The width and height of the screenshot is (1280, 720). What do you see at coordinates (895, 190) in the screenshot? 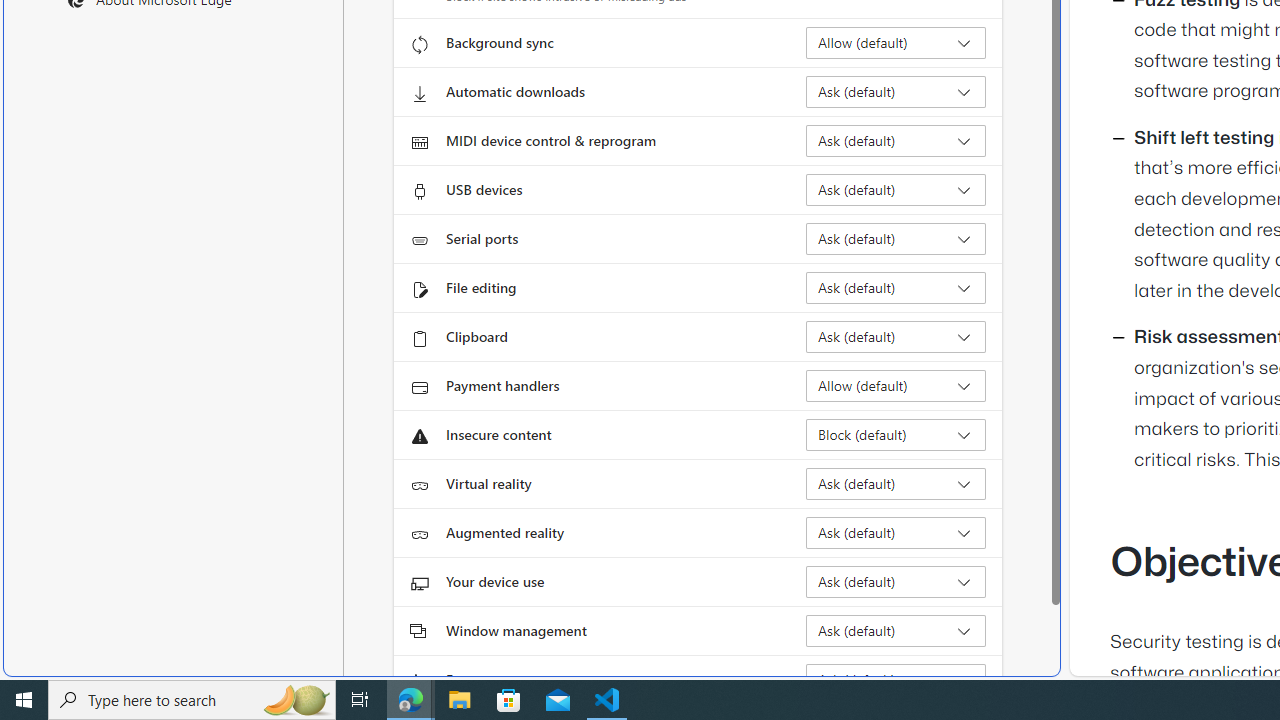
I see `'USB devices Ask (default)'` at bounding box center [895, 190].